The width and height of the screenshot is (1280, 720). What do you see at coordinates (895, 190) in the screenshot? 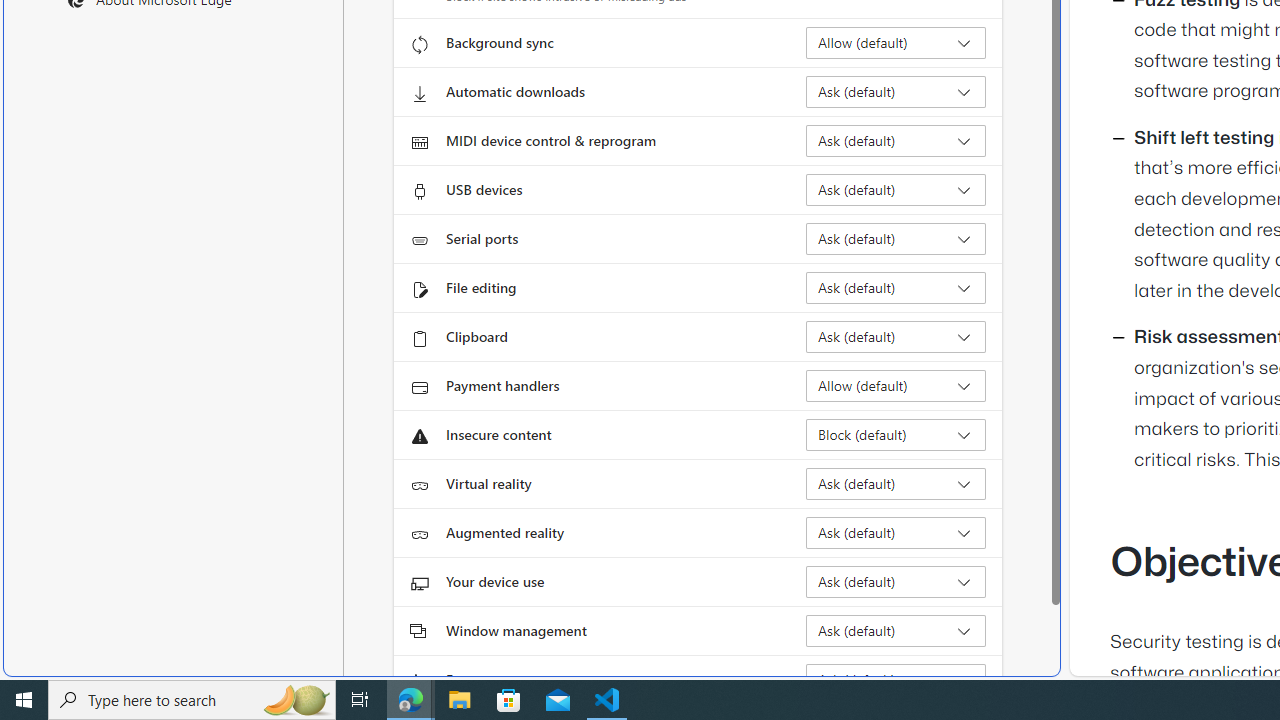
I see `'USB devices Ask (default)'` at bounding box center [895, 190].